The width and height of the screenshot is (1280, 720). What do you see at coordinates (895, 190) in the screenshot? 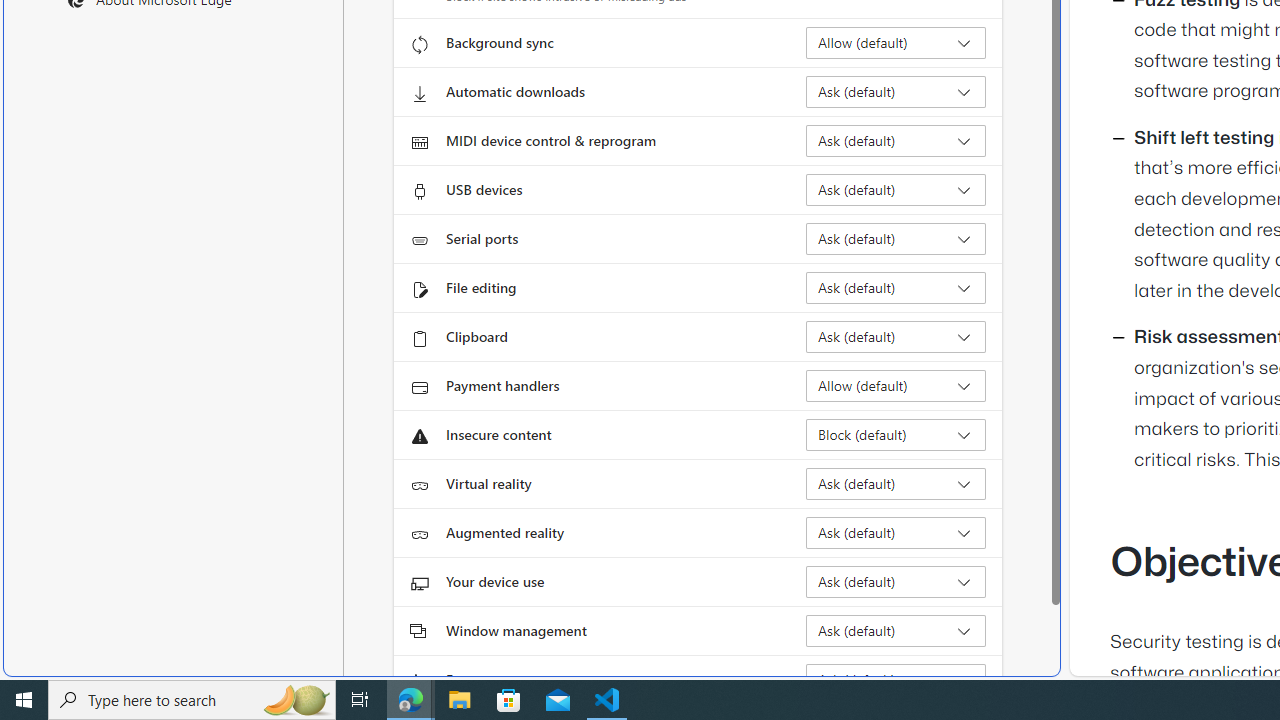
I see `'USB devices Ask (default)'` at bounding box center [895, 190].